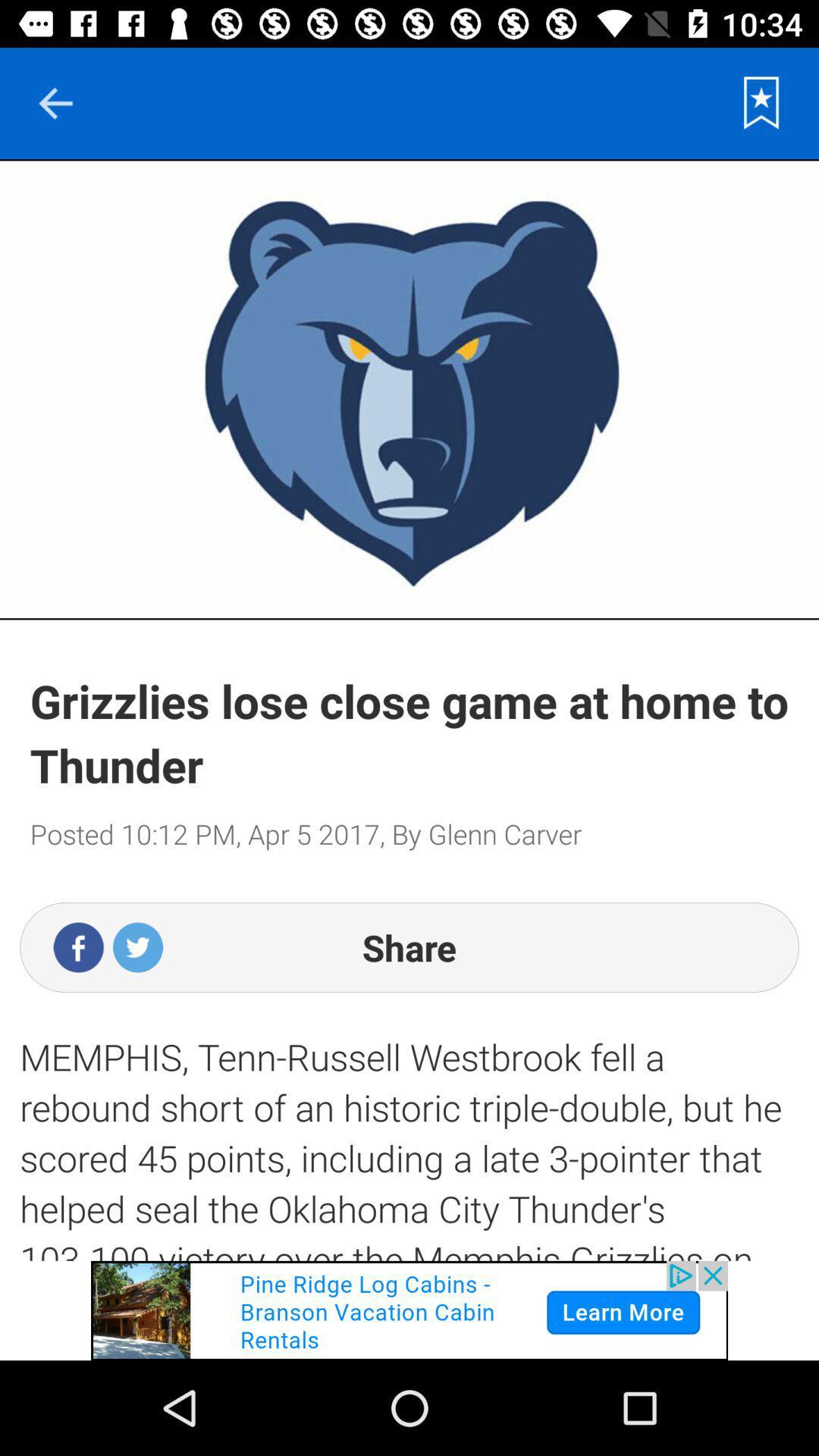 The width and height of the screenshot is (819, 1456). What do you see at coordinates (55, 102) in the screenshot?
I see `the arrow_backward icon` at bounding box center [55, 102].